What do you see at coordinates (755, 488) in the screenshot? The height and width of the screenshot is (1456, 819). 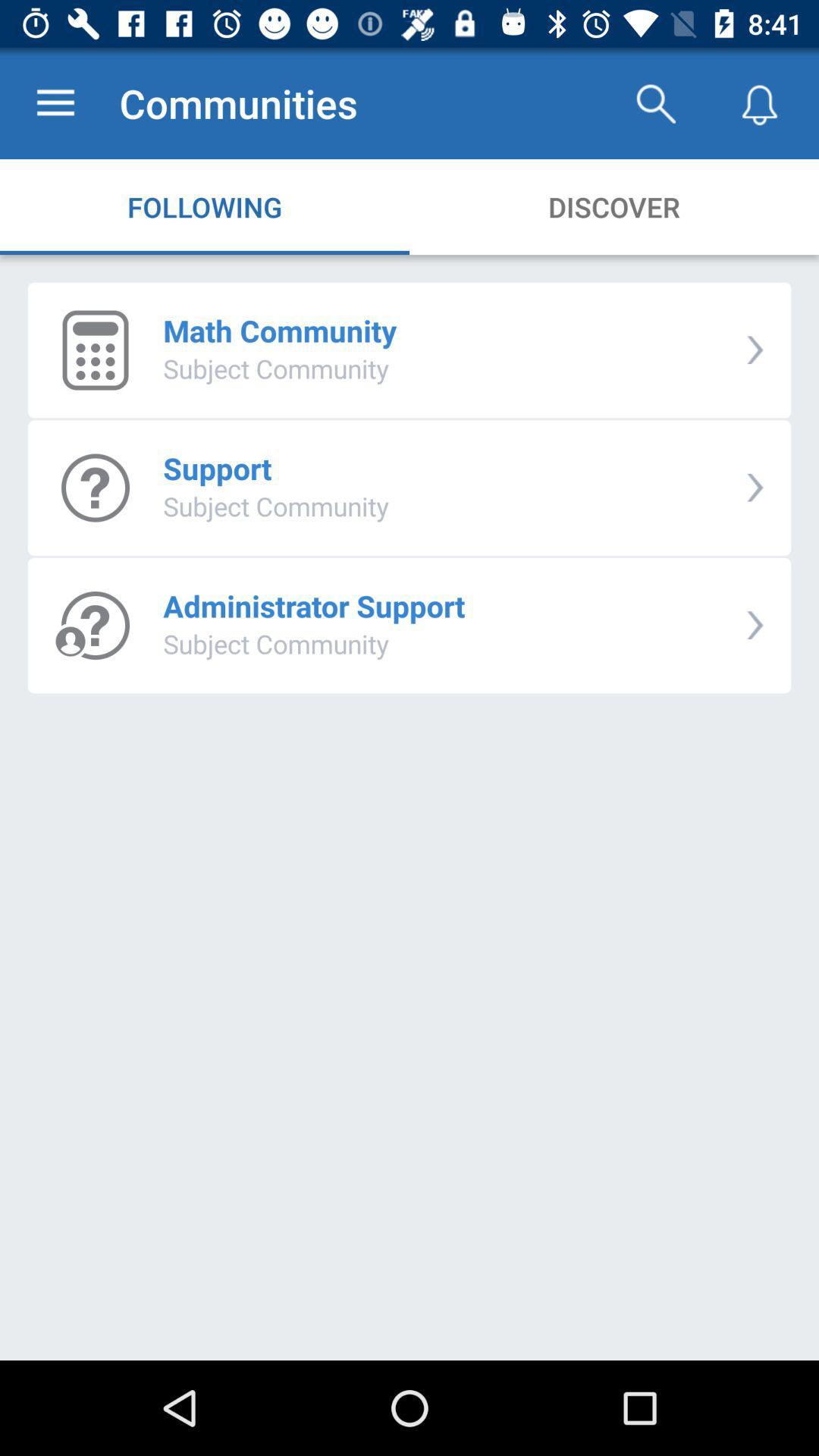 I see `the item to the right of subject community item` at bounding box center [755, 488].